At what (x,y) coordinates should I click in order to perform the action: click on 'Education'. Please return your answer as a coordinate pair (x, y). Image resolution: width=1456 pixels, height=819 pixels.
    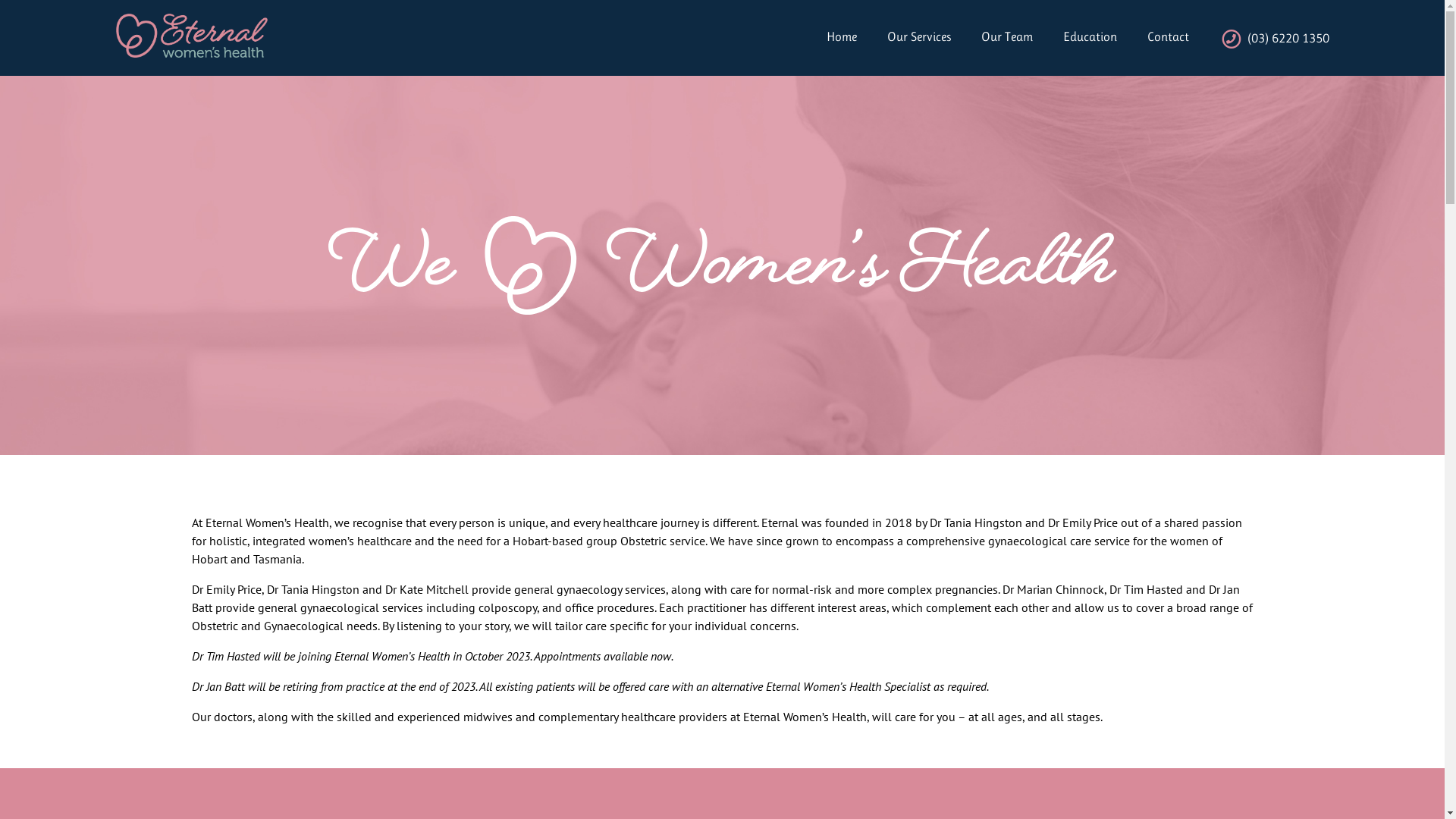
    Looking at the image, I should click on (1074, 36).